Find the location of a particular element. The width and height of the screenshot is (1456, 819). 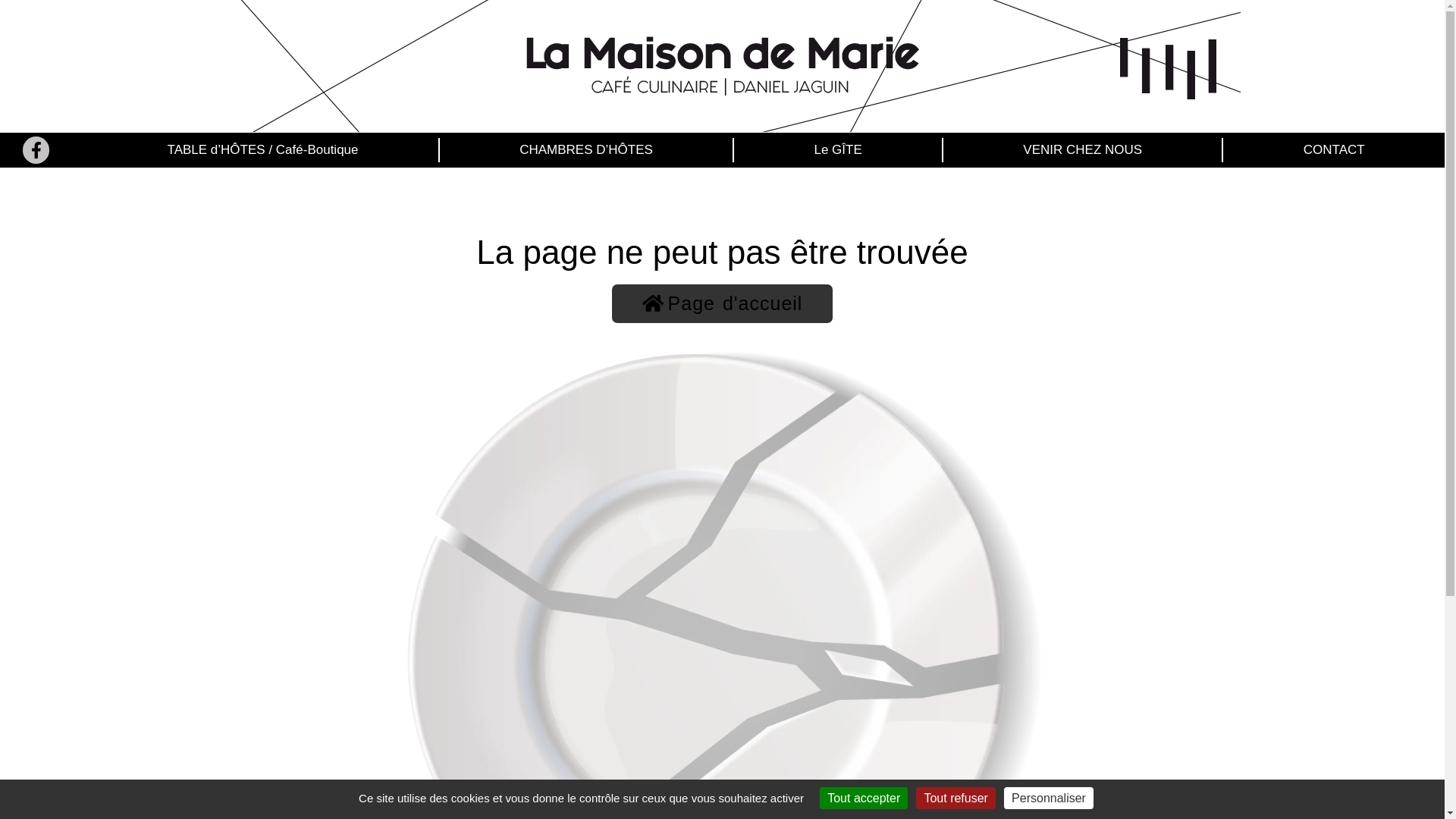

'Tout accepter' is located at coordinates (863, 797).